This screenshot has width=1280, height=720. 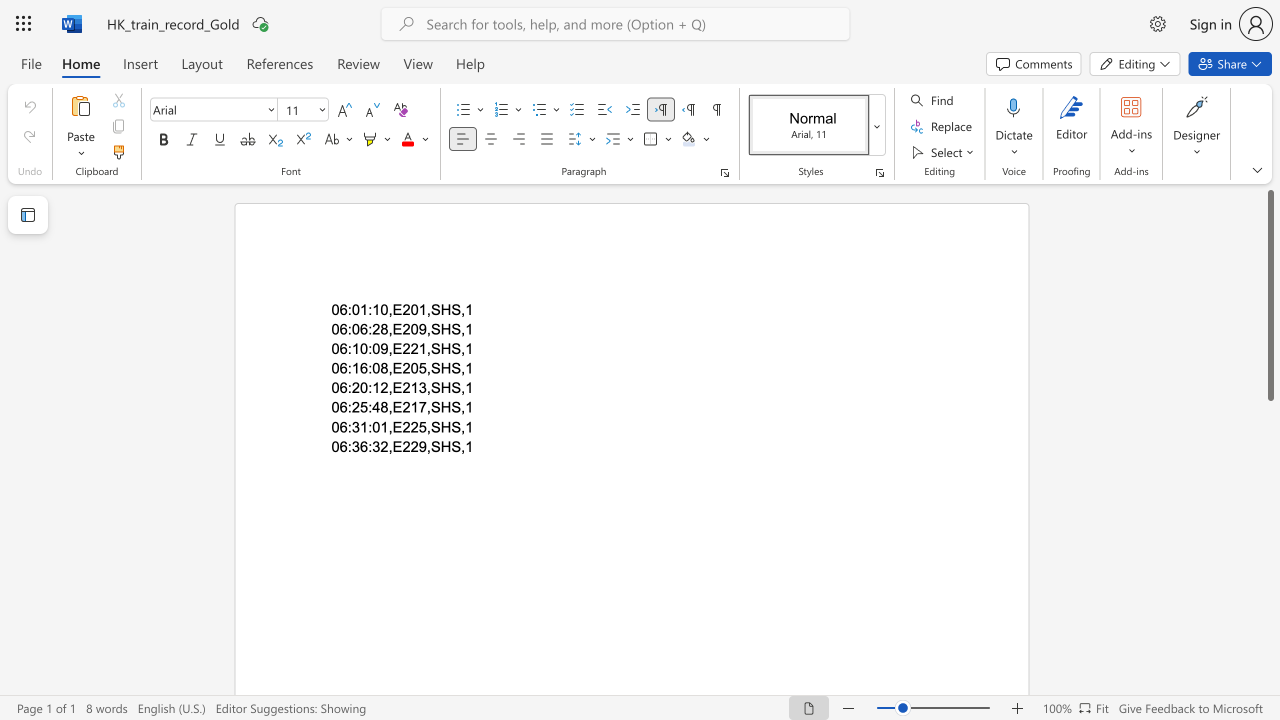 I want to click on the scrollbar on the right, so click(x=1269, y=660).